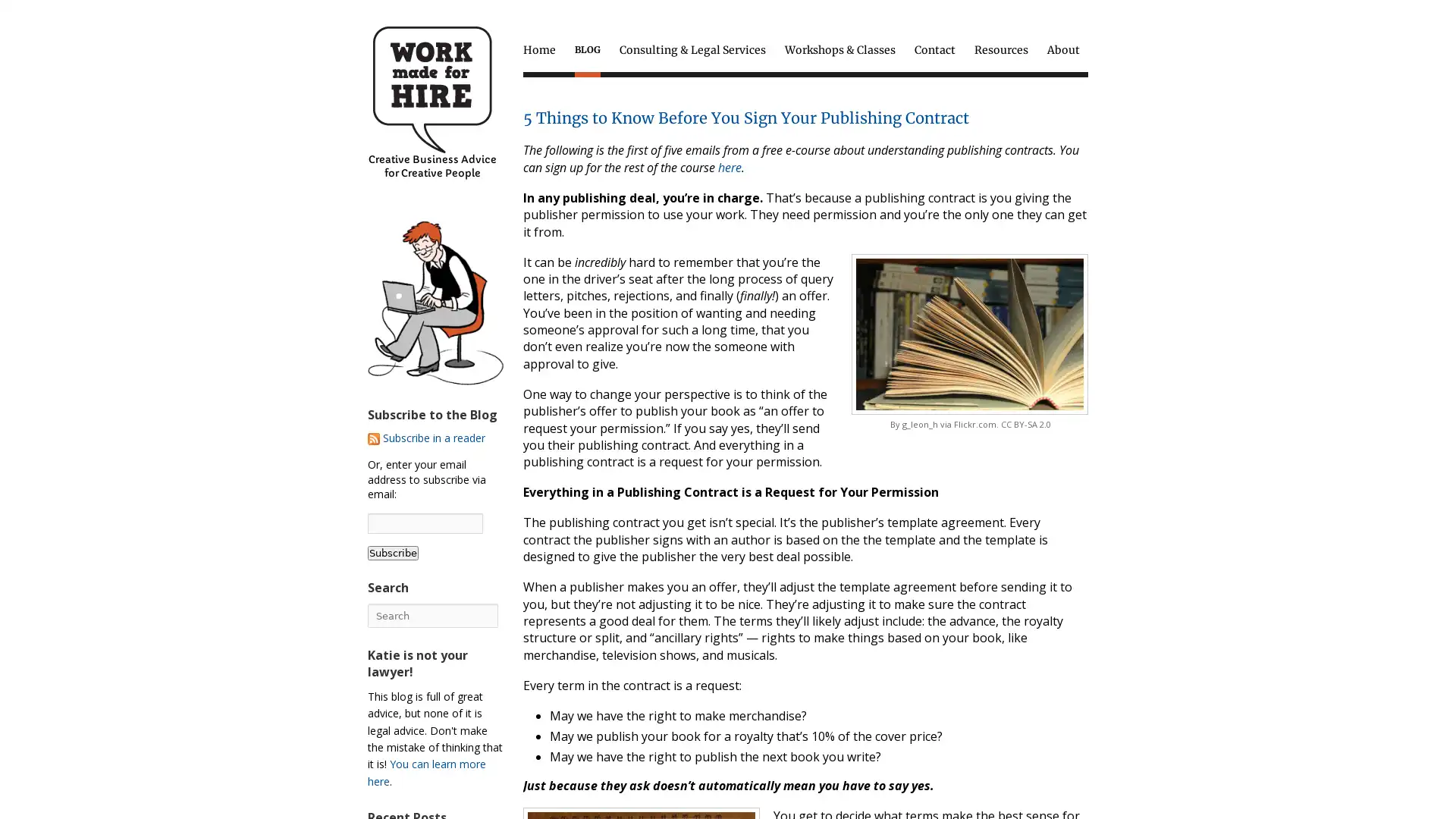 The height and width of the screenshot is (819, 1456). What do you see at coordinates (393, 552) in the screenshot?
I see `Subscribe` at bounding box center [393, 552].